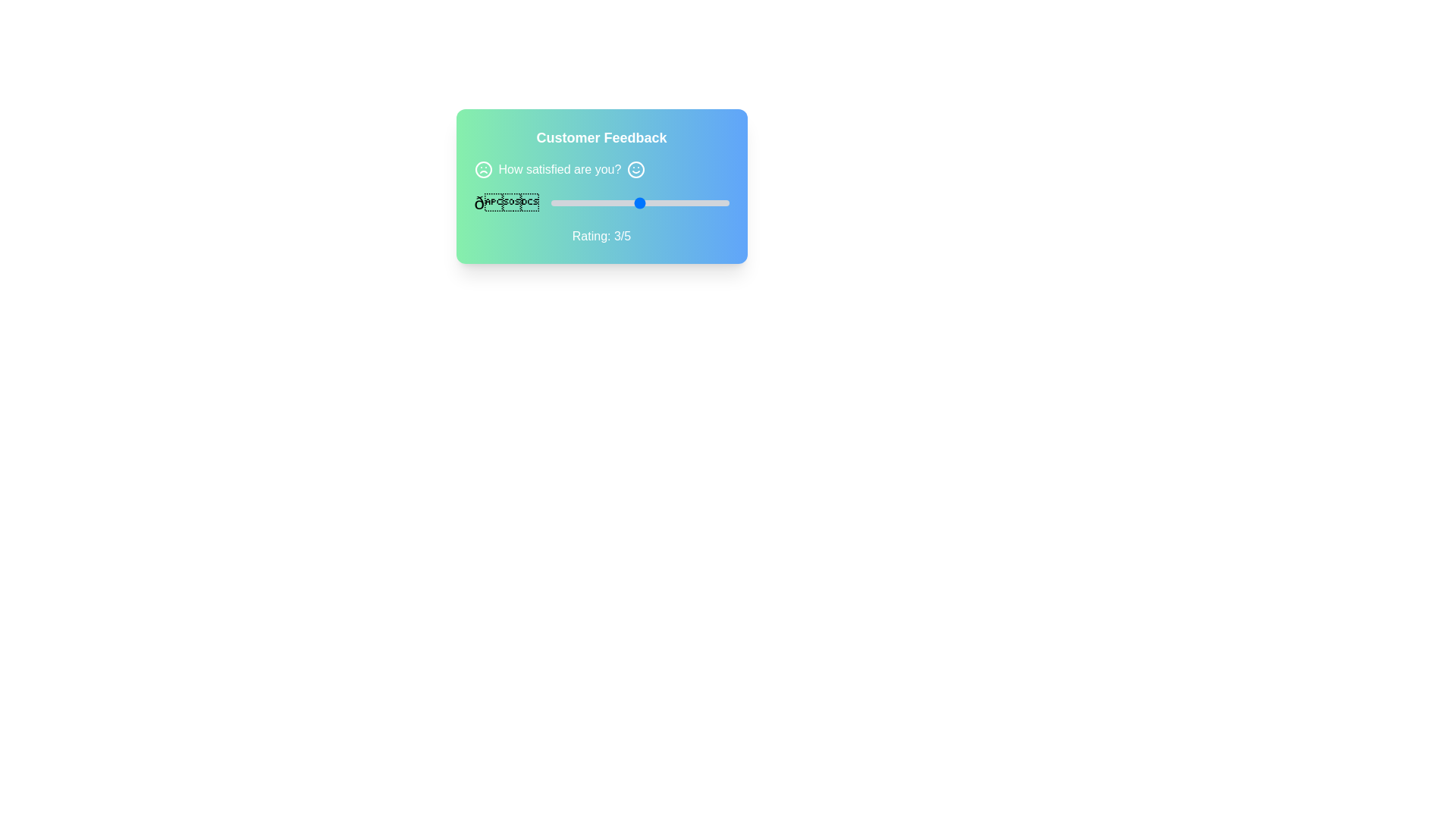 The image size is (1456, 819). What do you see at coordinates (640, 202) in the screenshot?
I see `the slider value` at bounding box center [640, 202].